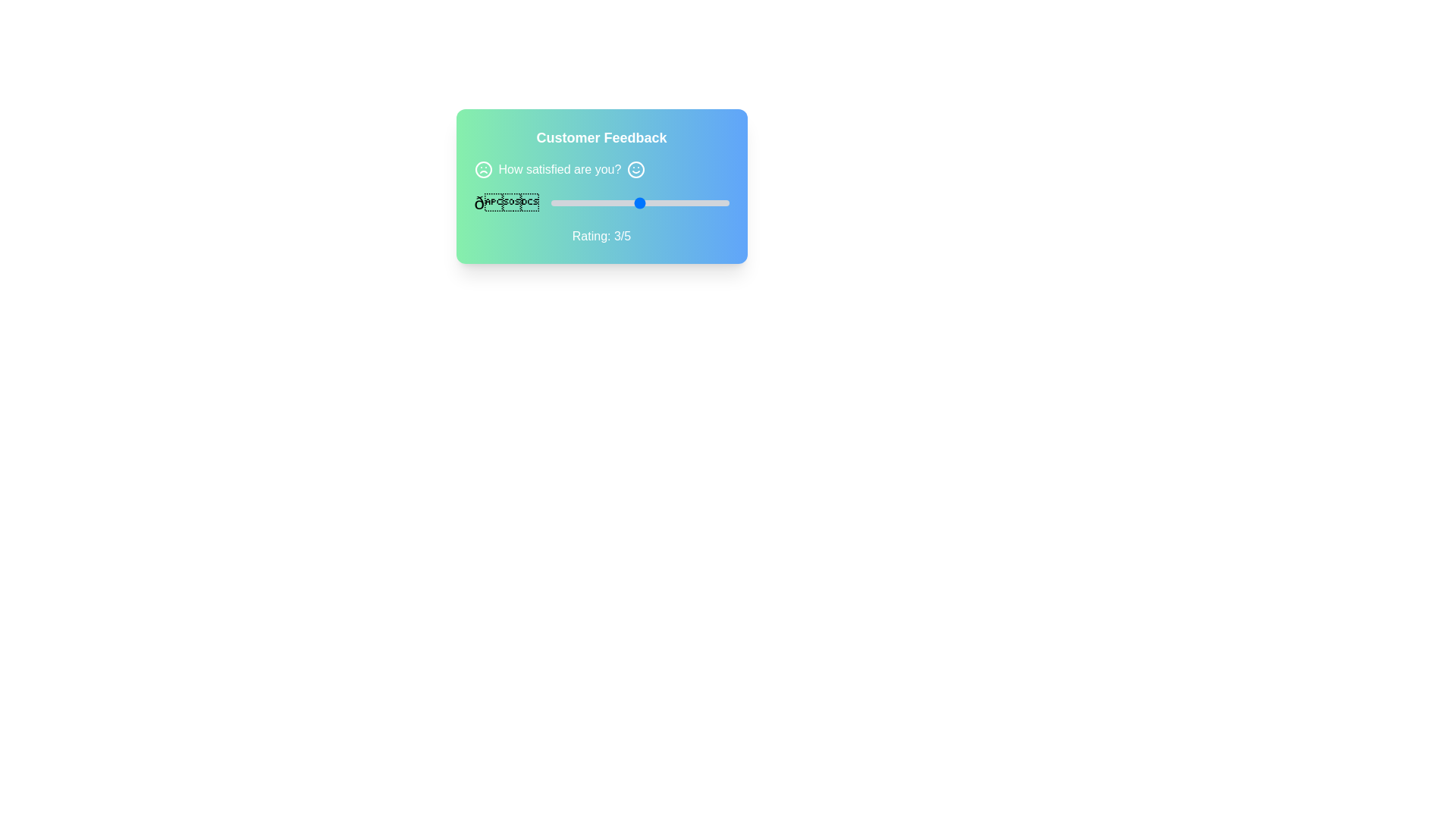 The image size is (1456, 819). What do you see at coordinates (640, 202) in the screenshot?
I see `the slider value` at bounding box center [640, 202].